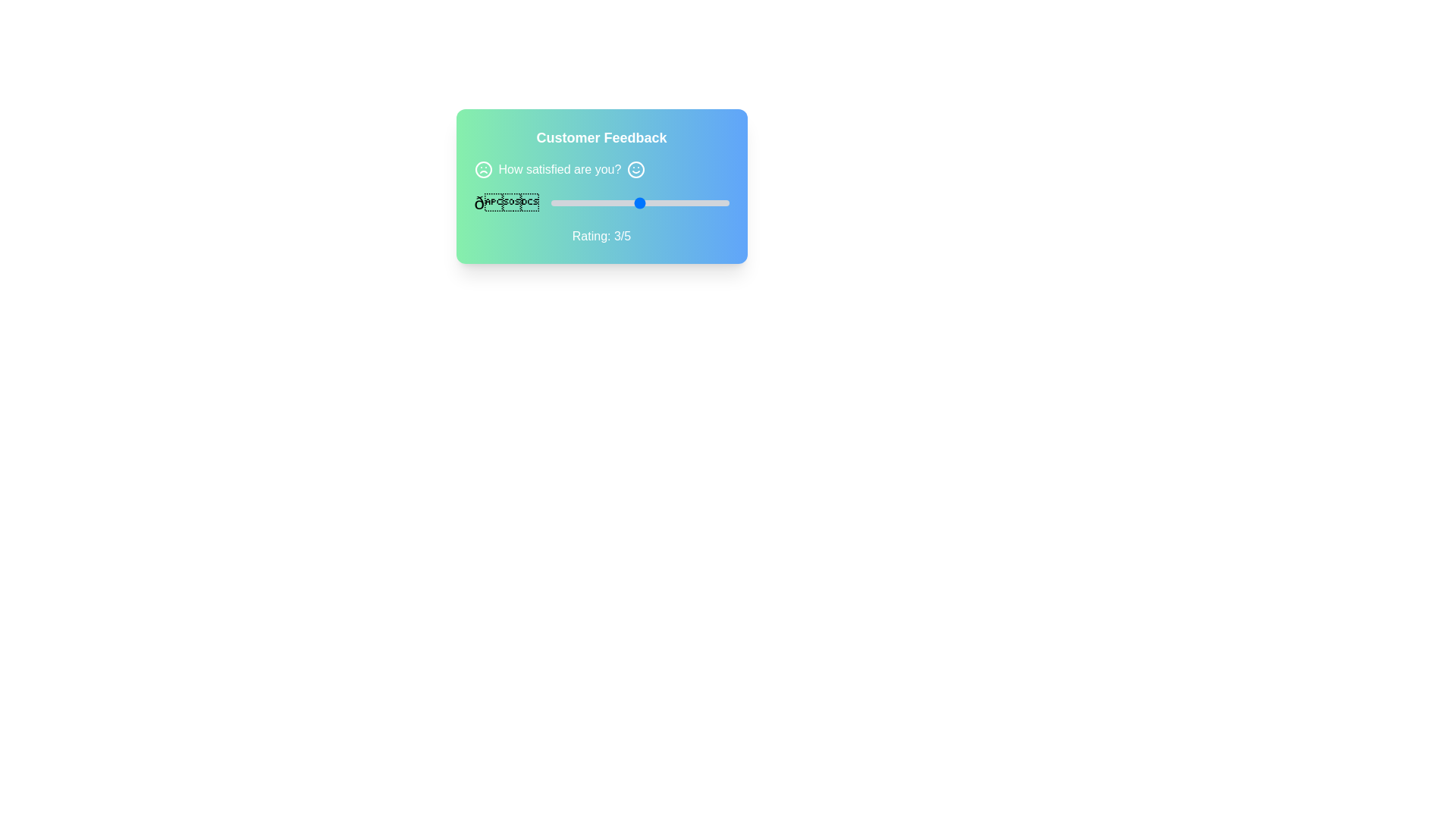 The image size is (1456, 819). What do you see at coordinates (640, 202) in the screenshot?
I see `the slider value` at bounding box center [640, 202].